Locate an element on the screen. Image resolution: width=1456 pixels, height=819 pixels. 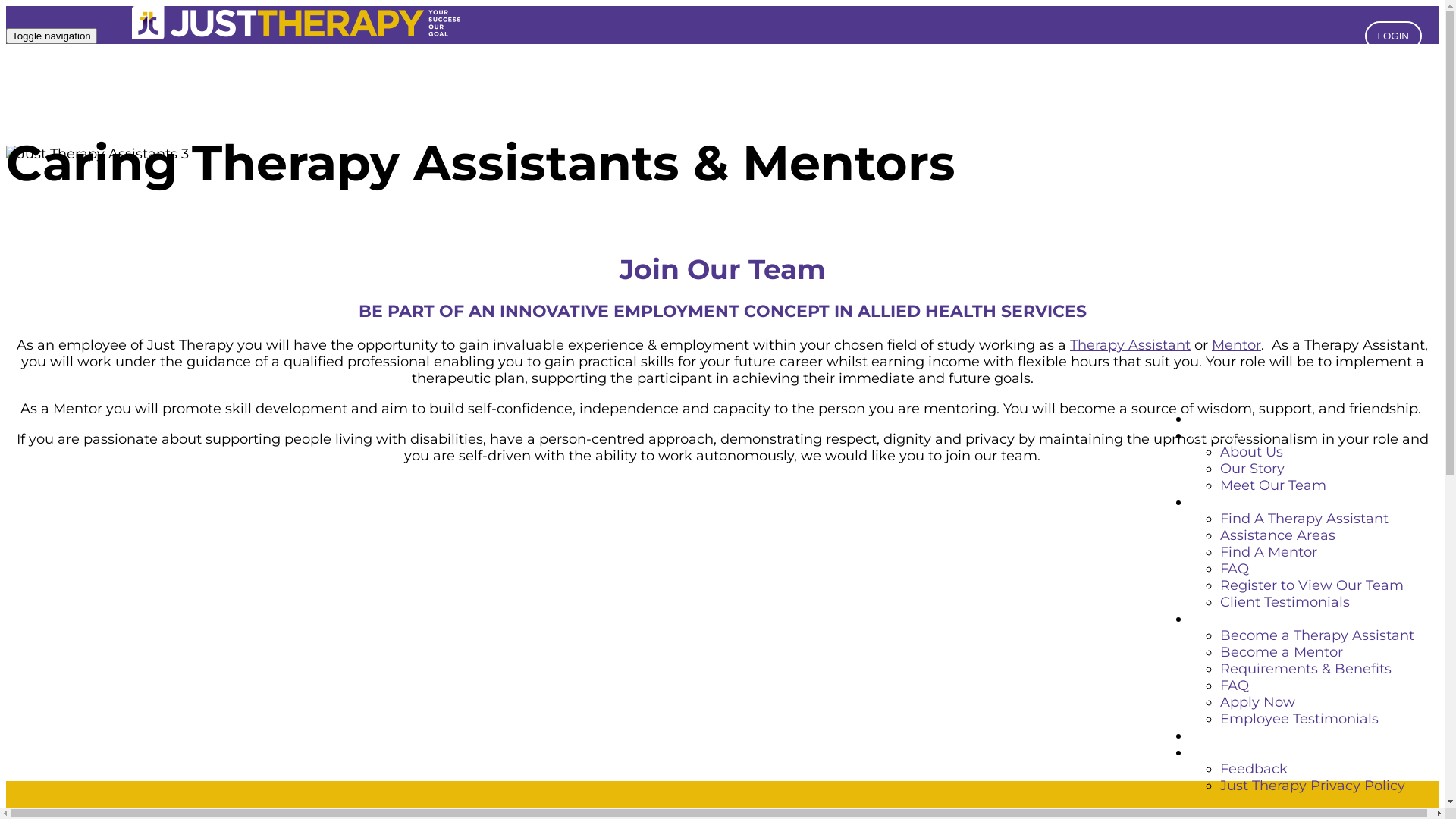
'Just Therapy Privacy Policy' is located at coordinates (1219, 785).